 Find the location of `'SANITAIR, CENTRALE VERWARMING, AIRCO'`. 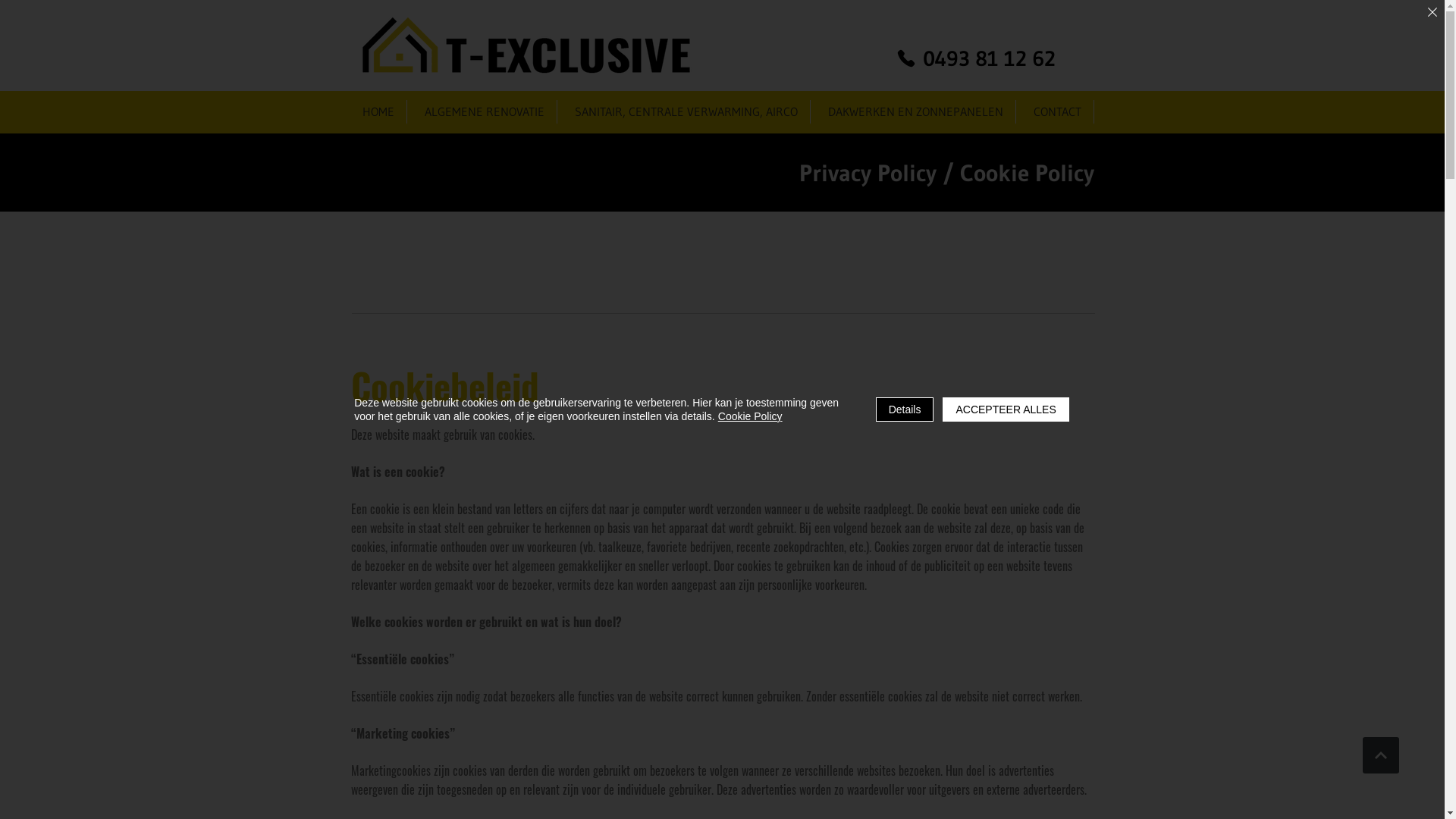

'SANITAIR, CENTRALE VERWARMING, AIRCO' is located at coordinates (686, 111).